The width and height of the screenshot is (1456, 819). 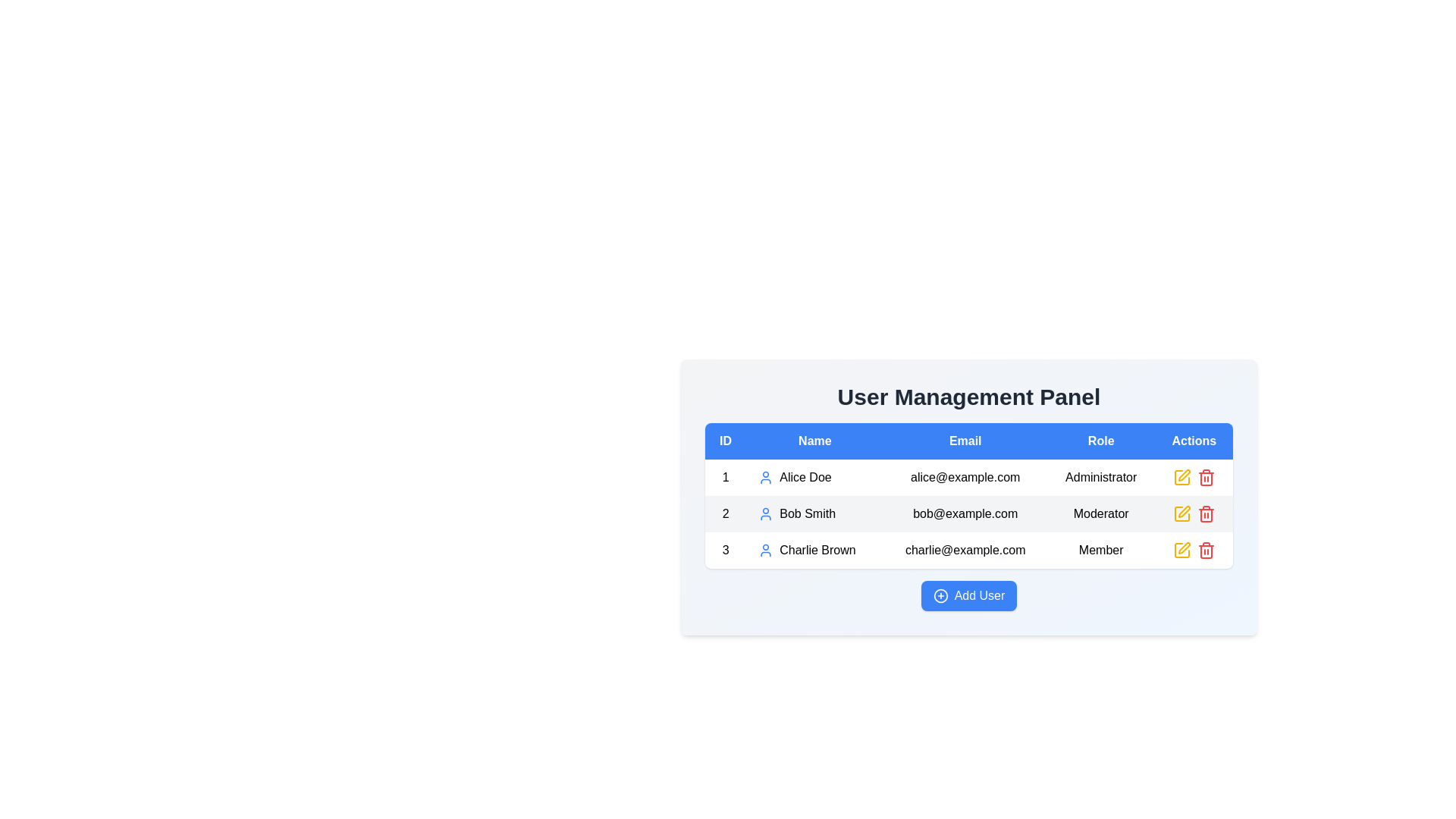 What do you see at coordinates (968, 513) in the screenshot?
I see `the second row in the data table that contains information such as '2', 'Bob Smith', 'bob@example.com', and 'Moderator' for further actions` at bounding box center [968, 513].